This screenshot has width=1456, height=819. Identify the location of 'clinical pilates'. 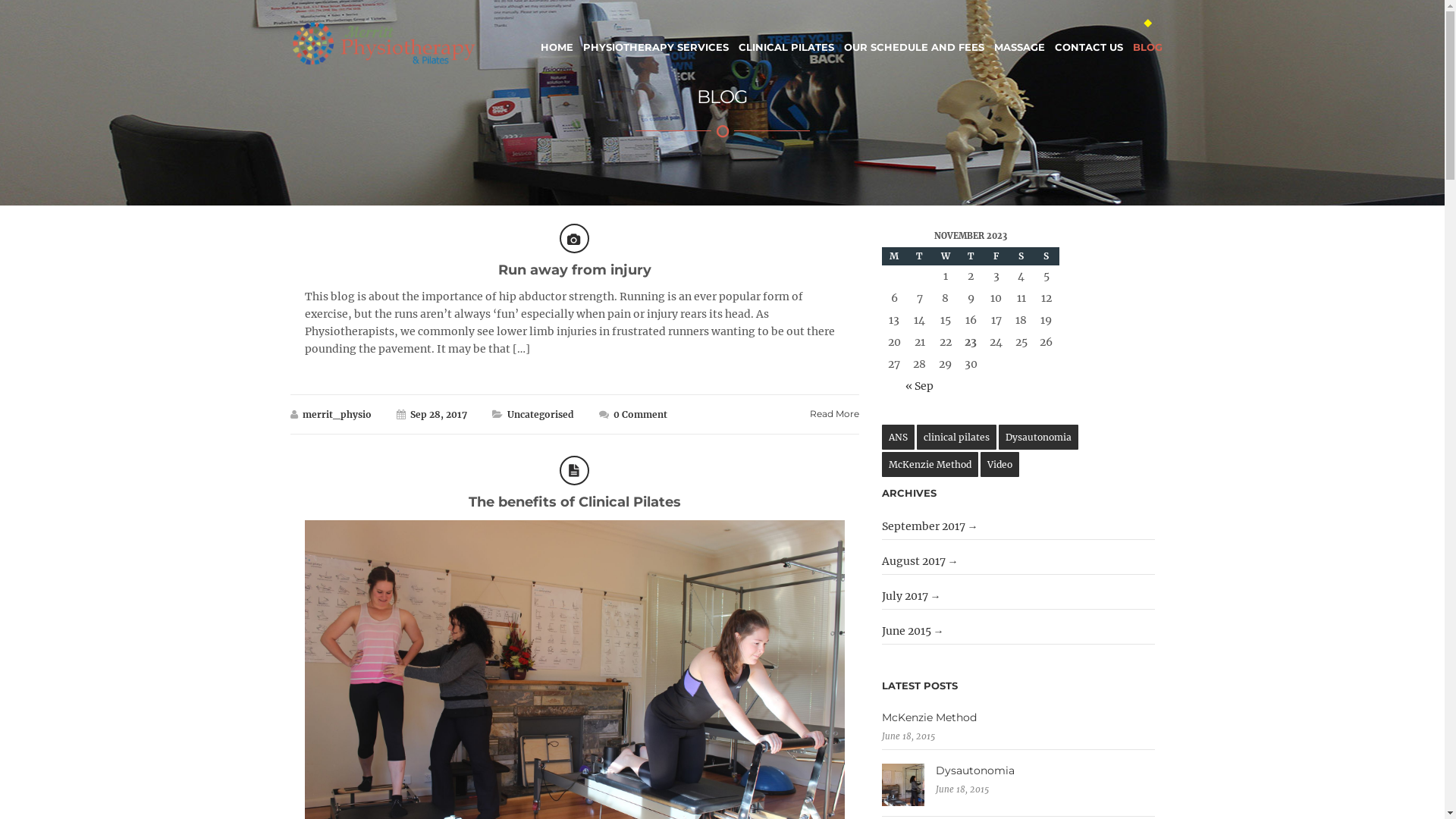
(955, 437).